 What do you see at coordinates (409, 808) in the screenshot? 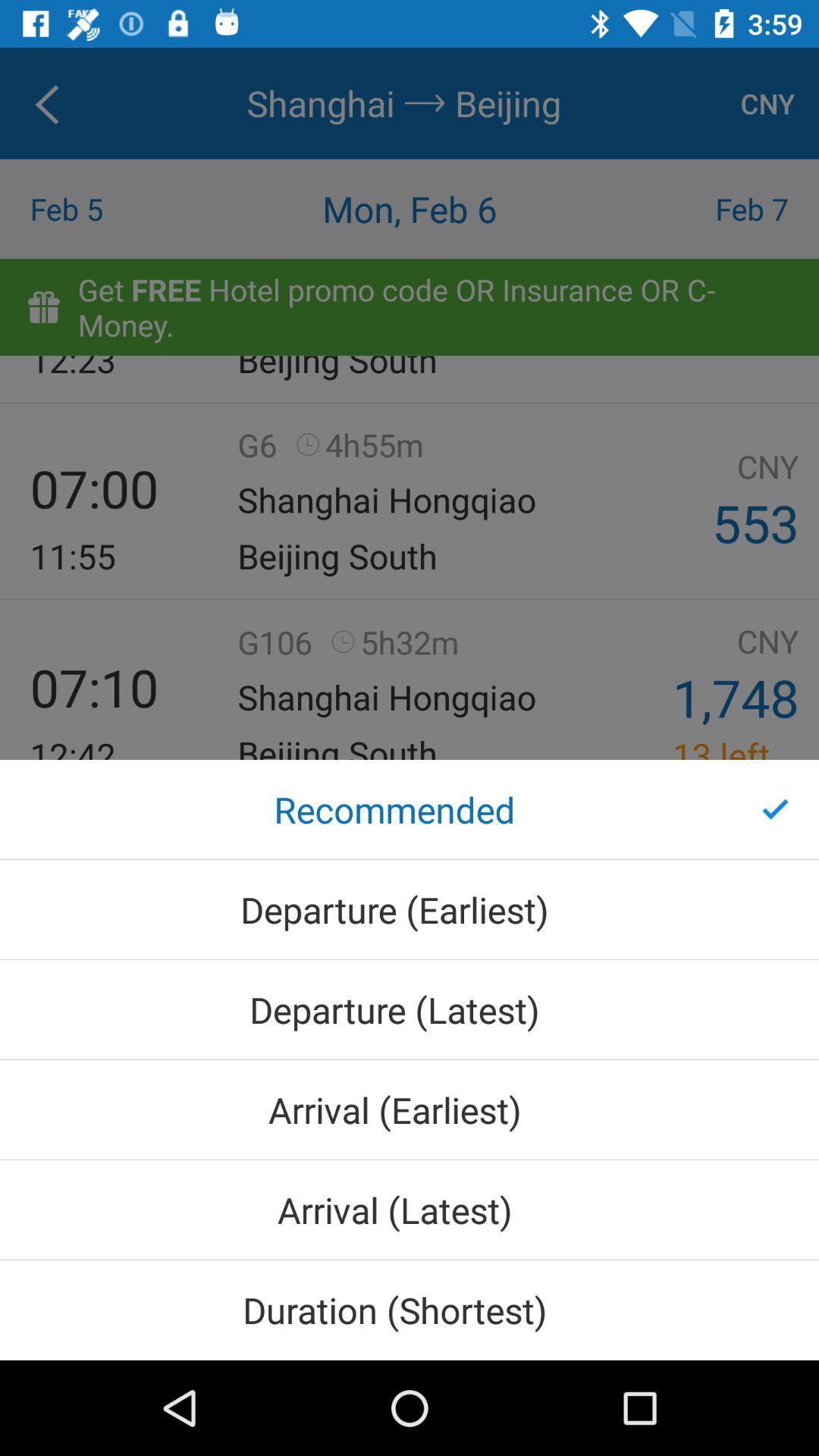
I see `the recommended` at bounding box center [409, 808].